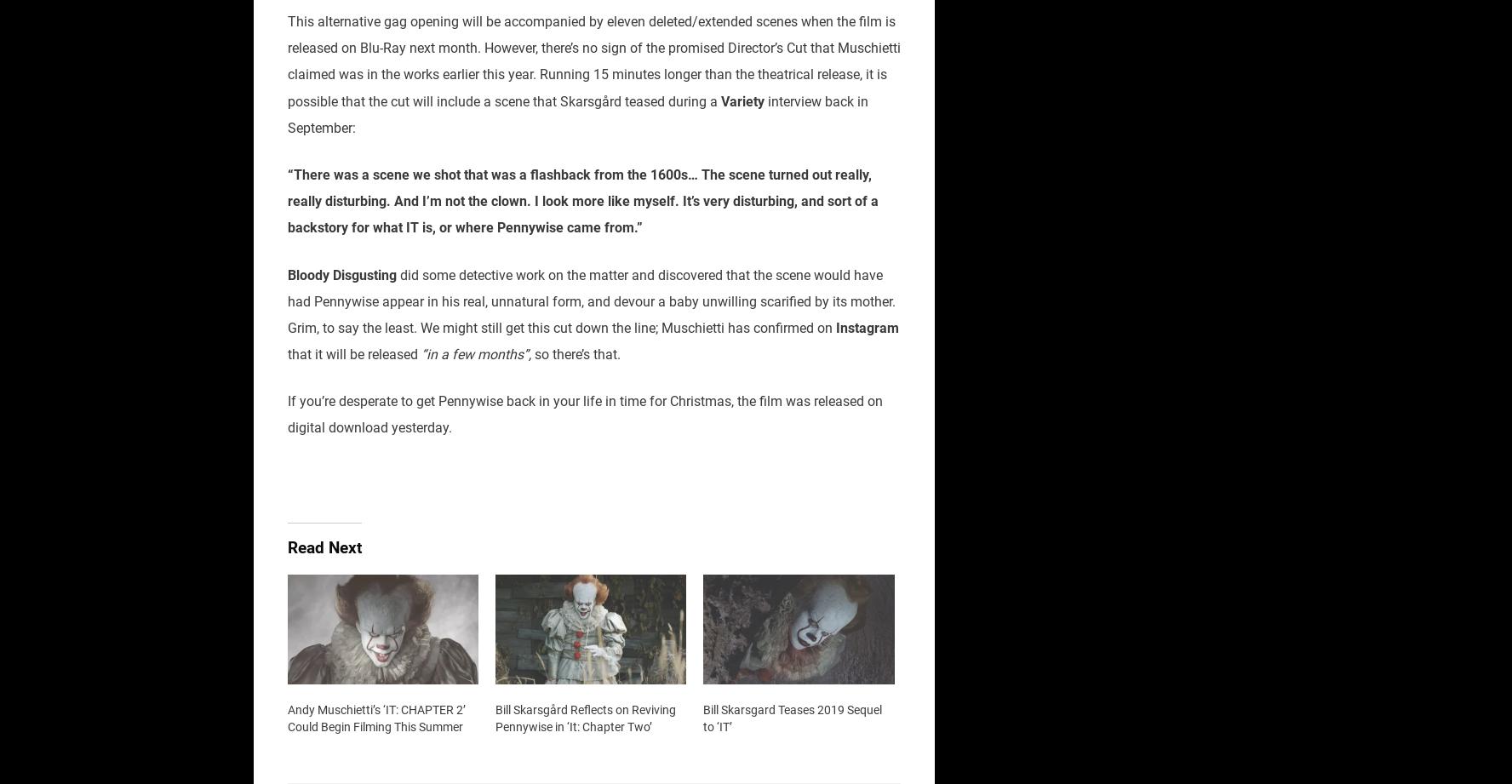 The image size is (1512, 784). What do you see at coordinates (478, 354) in the screenshot?
I see `'“in a few months”,'` at bounding box center [478, 354].